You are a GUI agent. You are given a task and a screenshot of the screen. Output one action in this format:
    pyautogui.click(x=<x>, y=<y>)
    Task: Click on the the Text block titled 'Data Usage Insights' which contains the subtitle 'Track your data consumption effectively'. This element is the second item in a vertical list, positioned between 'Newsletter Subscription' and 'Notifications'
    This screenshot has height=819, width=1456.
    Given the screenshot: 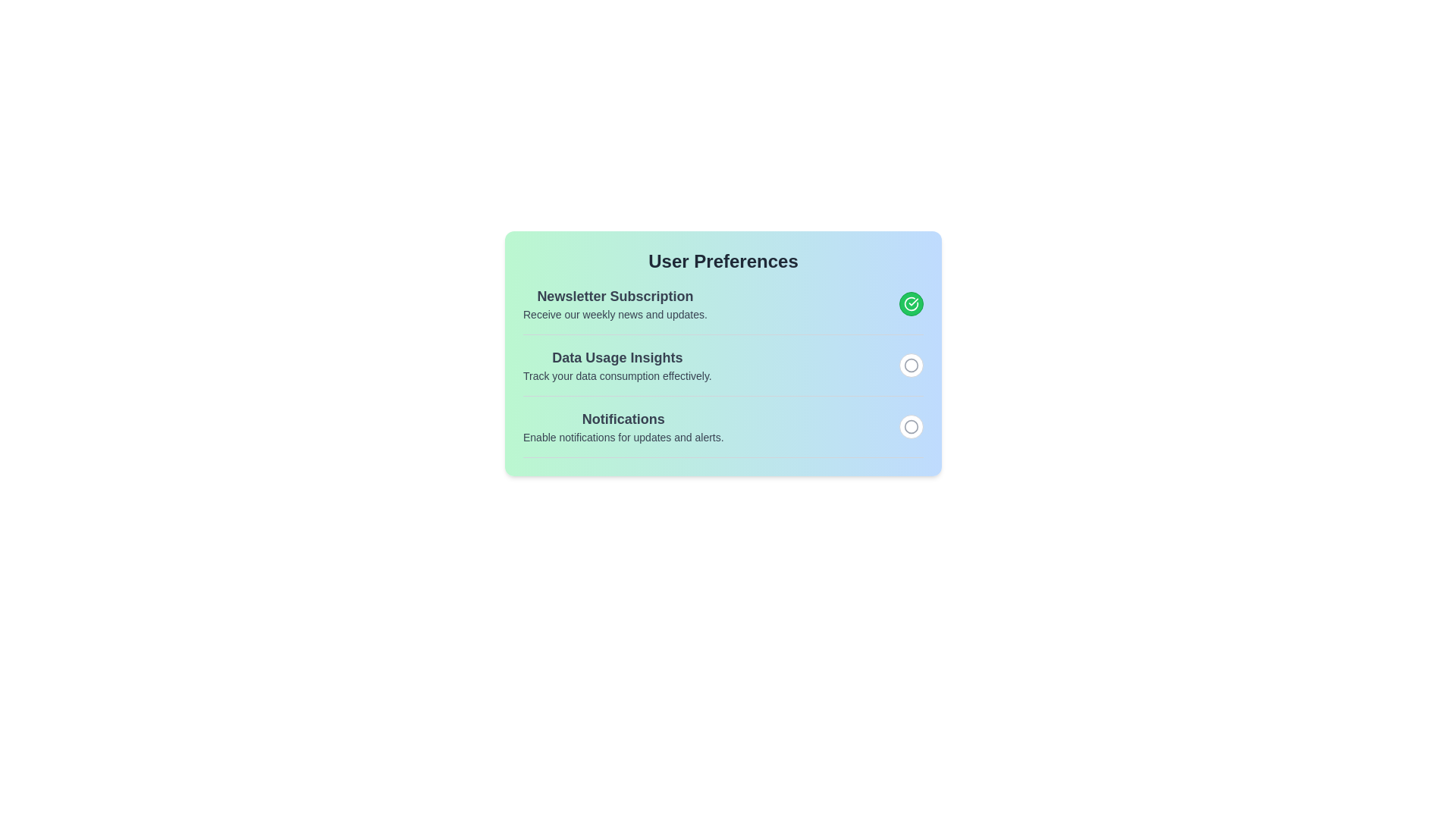 What is the action you would take?
    pyautogui.click(x=617, y=366)
    